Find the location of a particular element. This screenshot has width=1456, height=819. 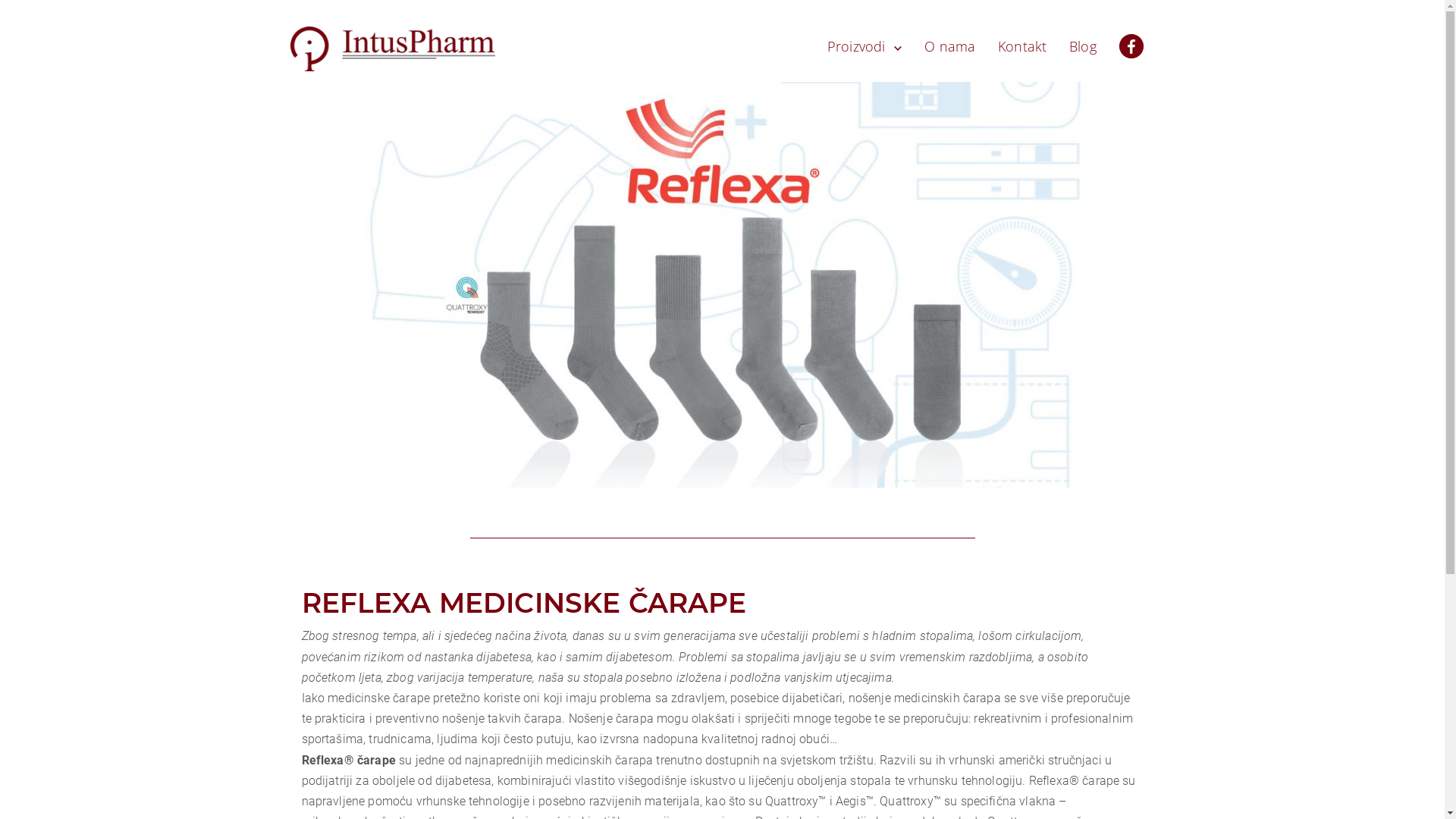

'O nama' is located at coordinates (949, 45).